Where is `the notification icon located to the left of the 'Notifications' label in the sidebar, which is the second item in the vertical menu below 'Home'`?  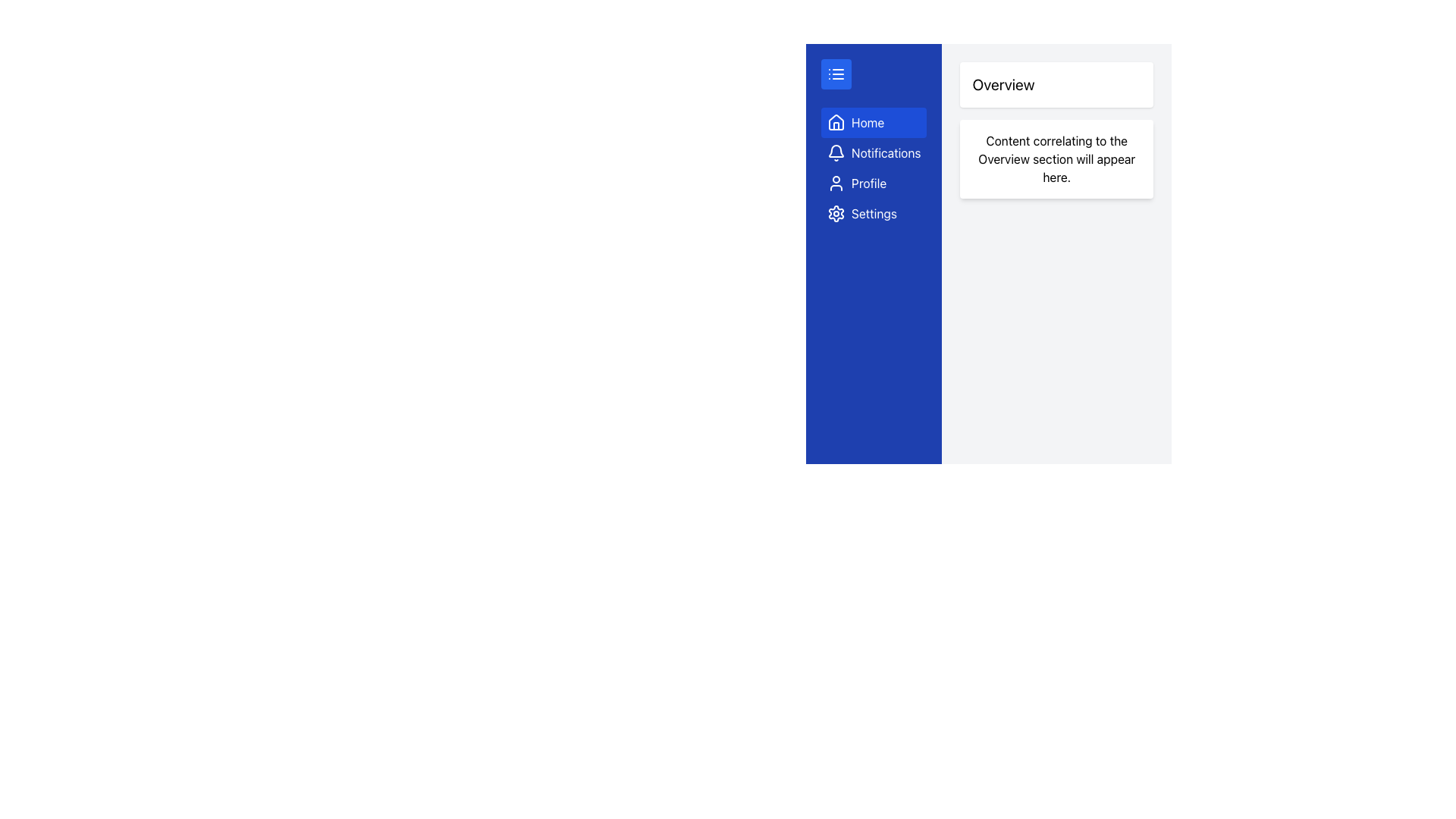 the notification icon located to the left of the 'Notifications' label in the sidebar, which is the second item in the vertical menu below 'Home' is located at coordinates (836, 152).